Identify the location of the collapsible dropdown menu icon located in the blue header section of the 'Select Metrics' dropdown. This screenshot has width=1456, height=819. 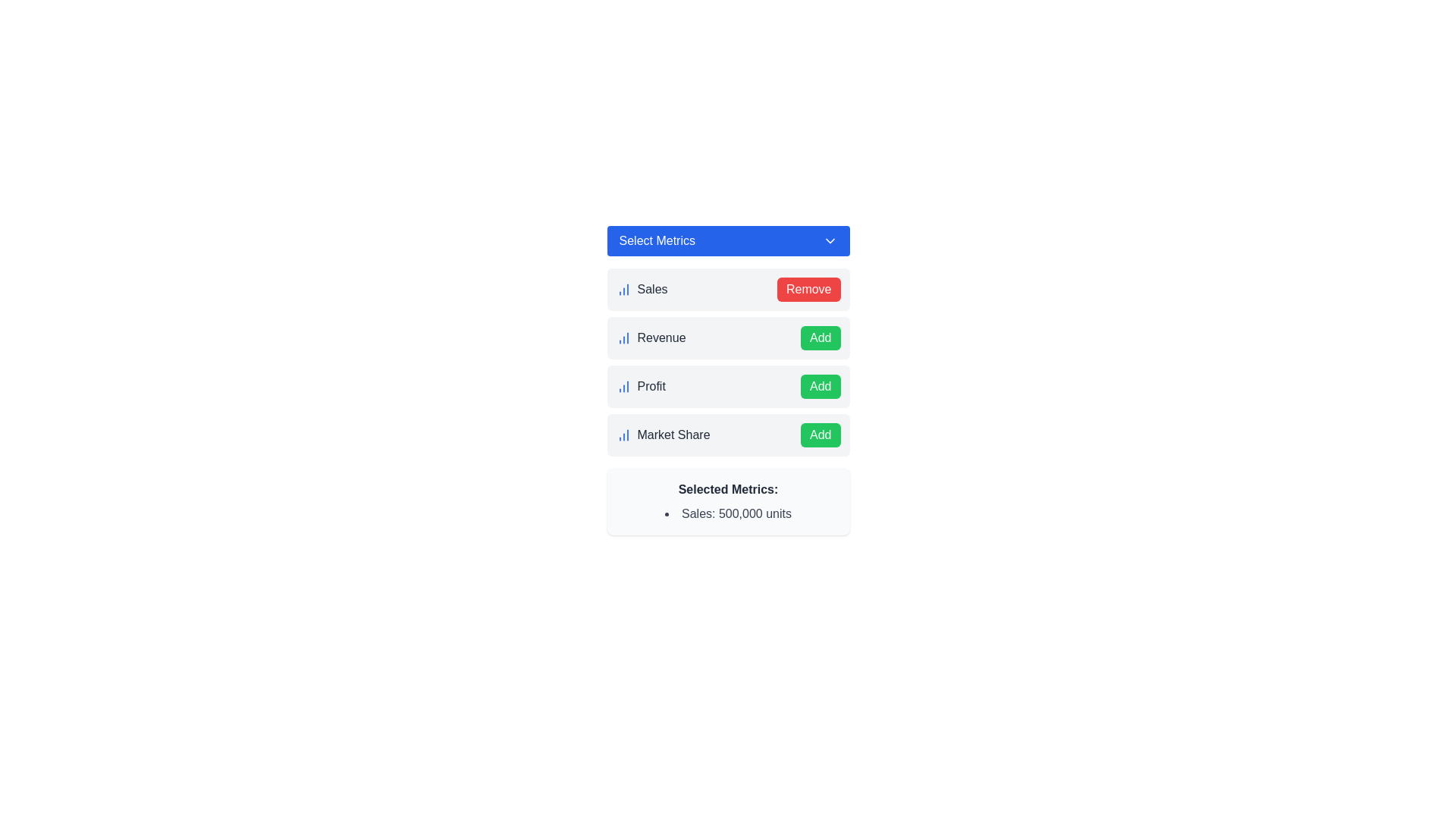
(829, 240).